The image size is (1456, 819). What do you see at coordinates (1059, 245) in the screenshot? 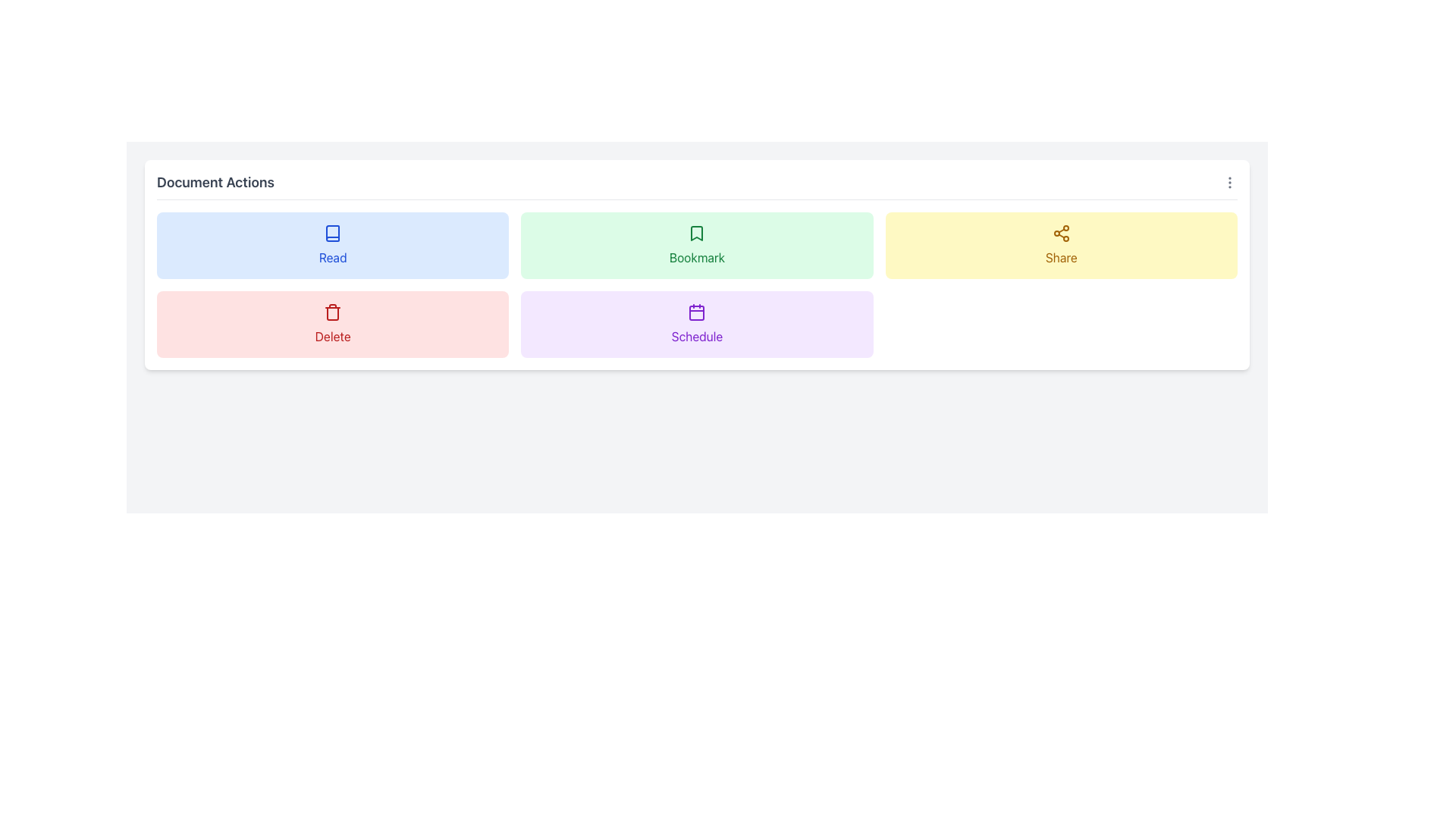
I see `the 'Share' button, which is a rectangular button with rounded corners, featuring a share icon above bold yellow text, located centrally in the top row of buttons` at bounding box center [1059, 245].